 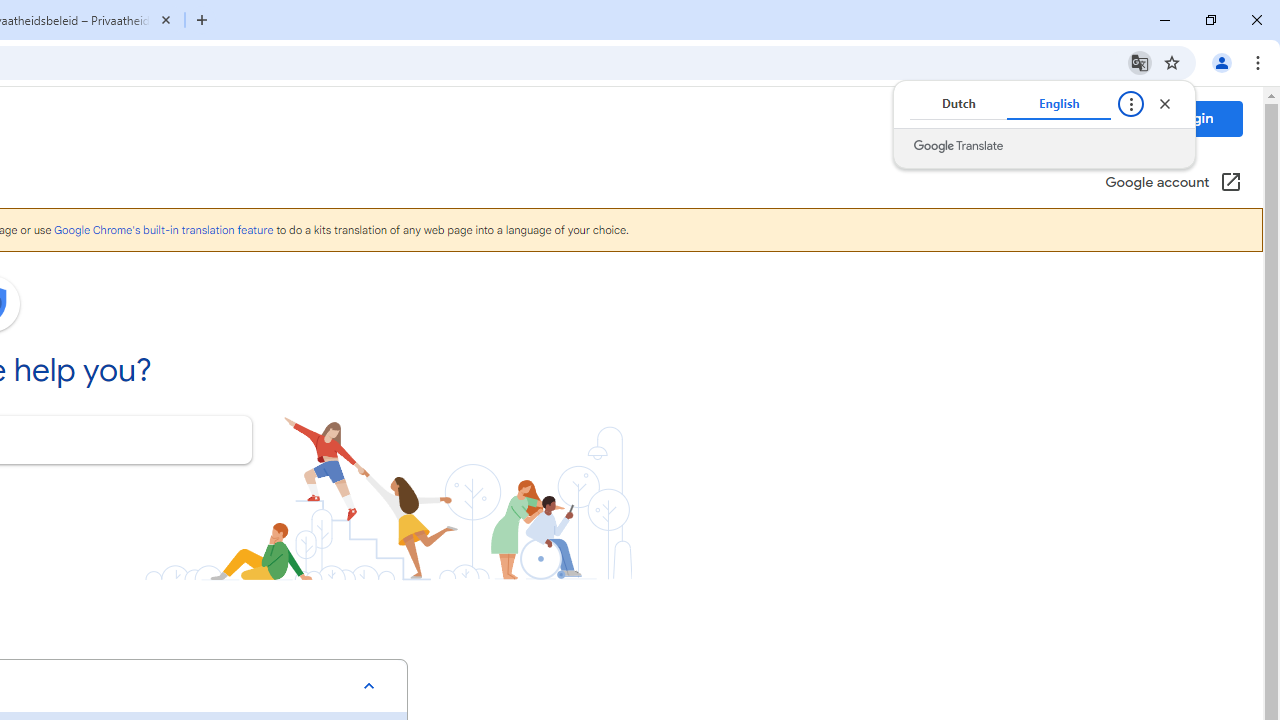 What do you see at coordinates (1058, 104) in the screenshot?
I see `'English'` at bounding box center [1058, 104].